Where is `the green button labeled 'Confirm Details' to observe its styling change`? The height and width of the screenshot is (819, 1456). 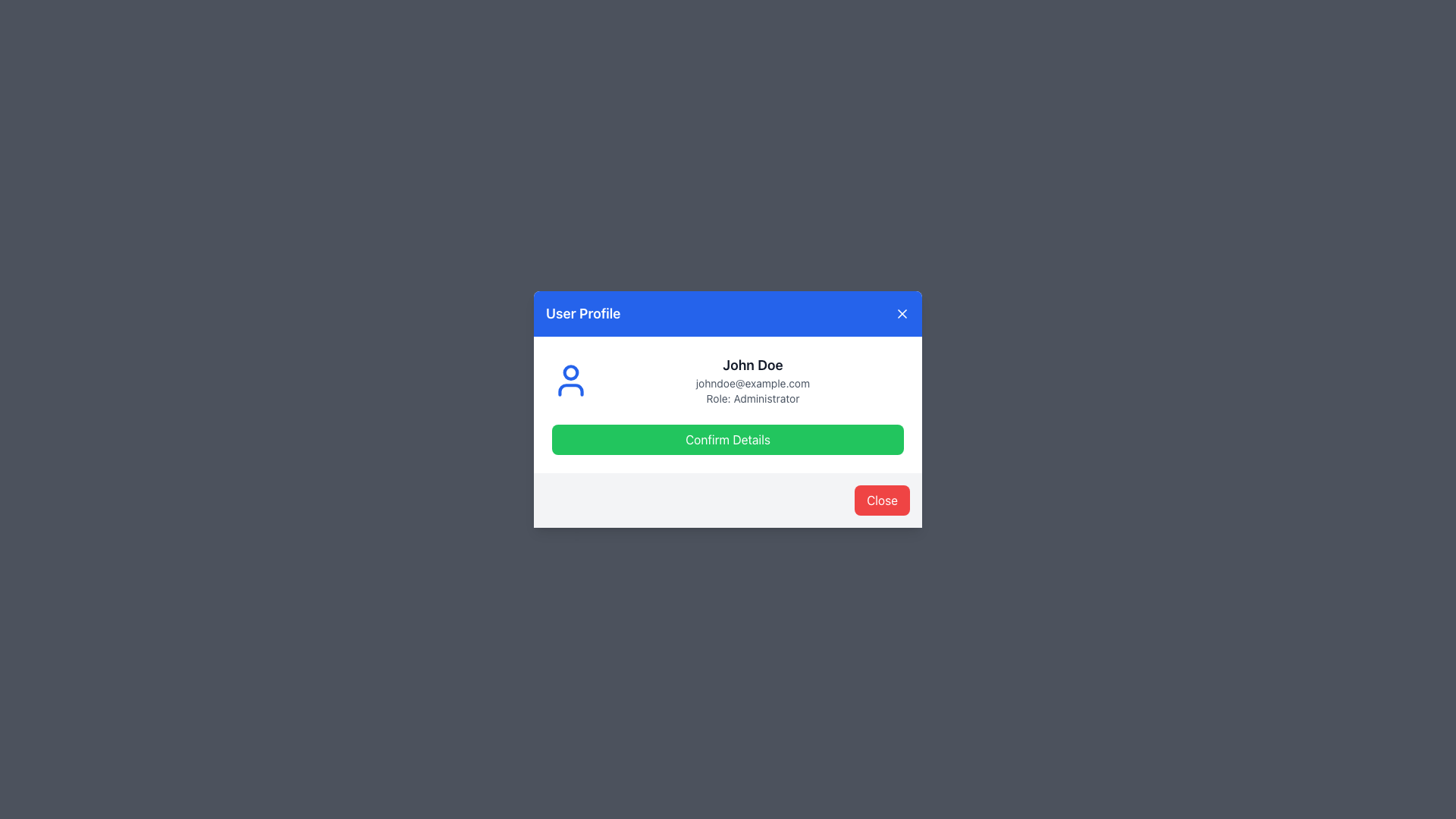
the green button labeled 'Confirm Details' to observe its styling change is located at coordinates (728, 439).